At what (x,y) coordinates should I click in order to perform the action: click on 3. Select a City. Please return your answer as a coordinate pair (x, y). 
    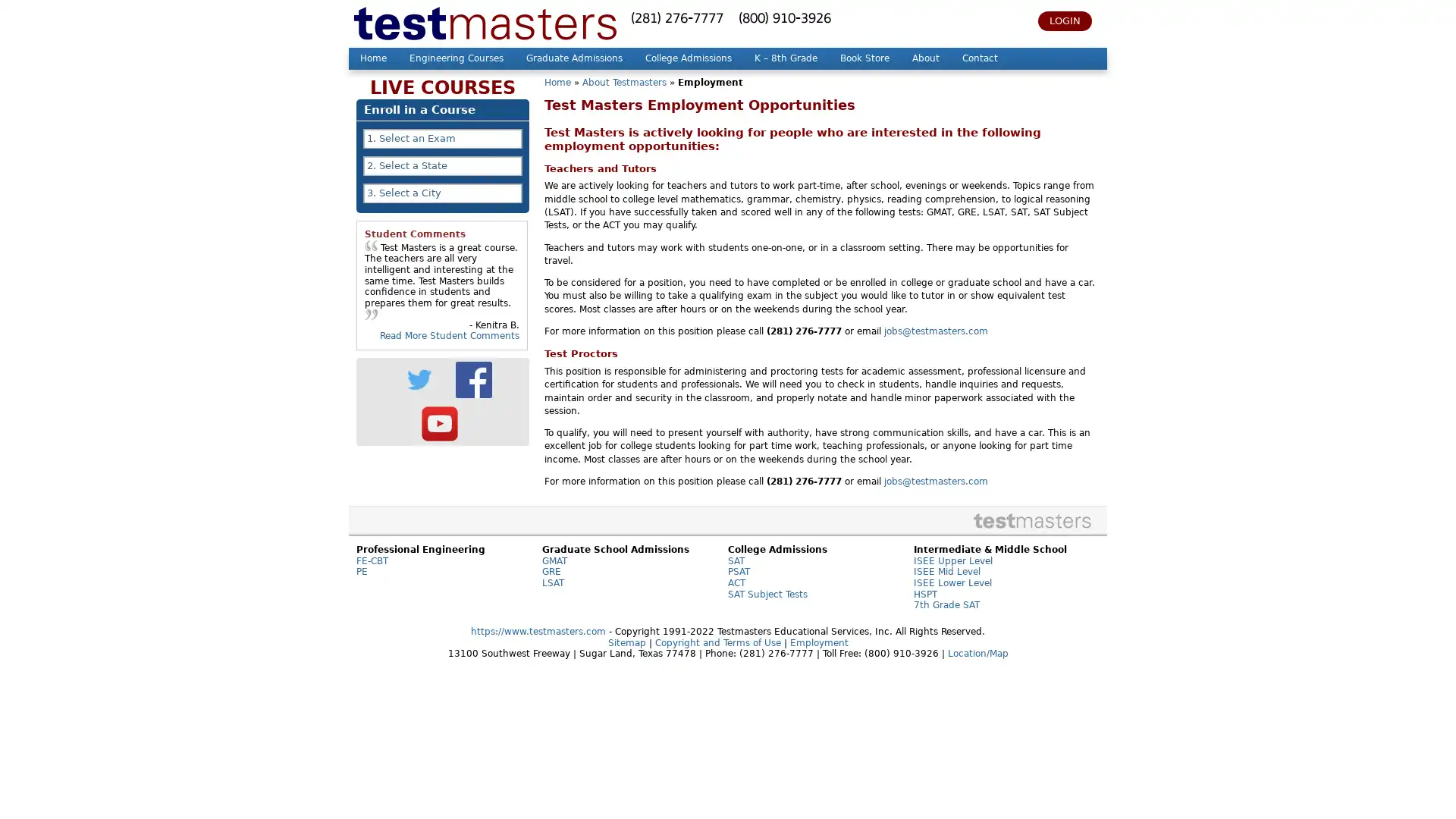
    Looking at the image, I should click on (442, 192).